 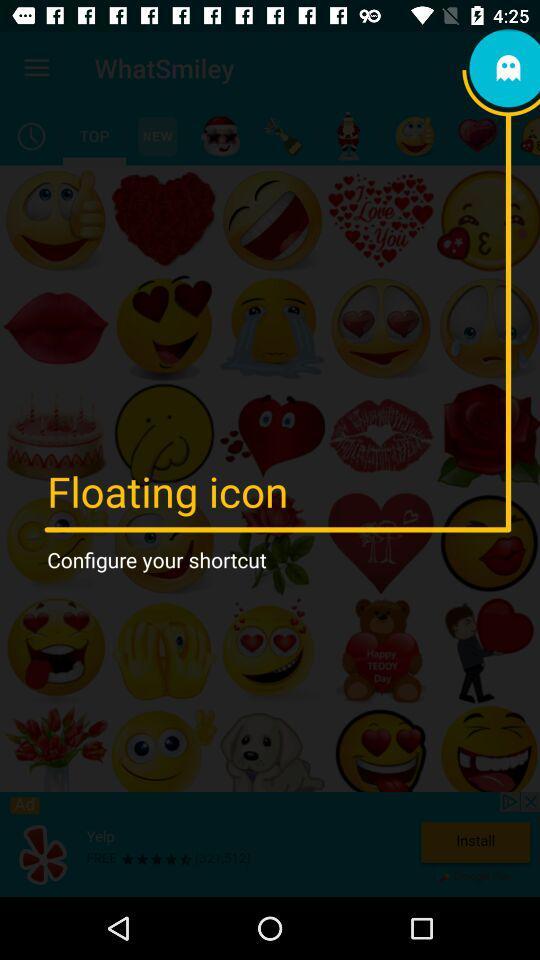 What do you see at coordinates (156, 135) in the screenshot?
I see `icon below whatsmiley item` at bounding box center [156, 135].